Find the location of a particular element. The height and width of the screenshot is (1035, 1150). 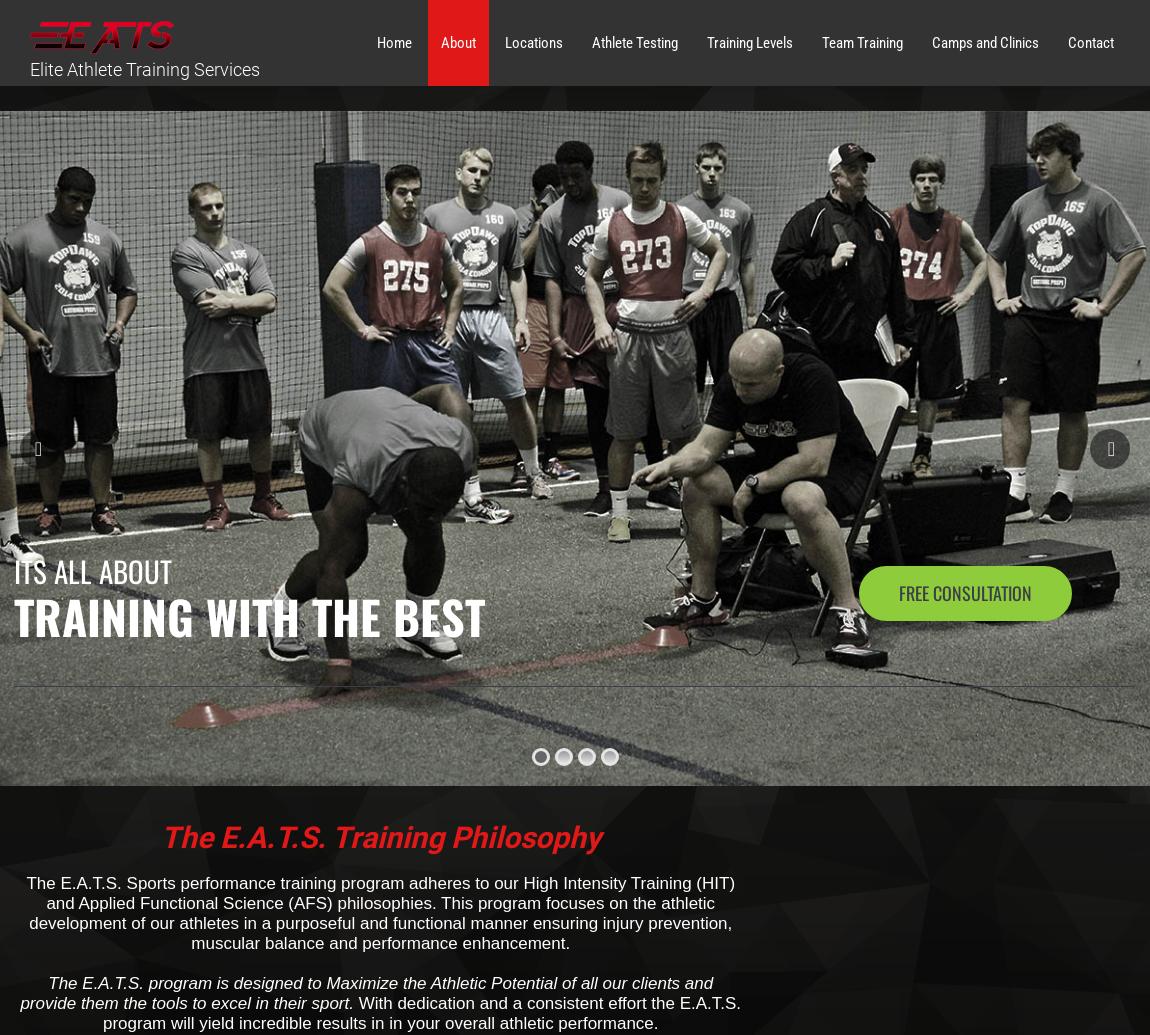

'Archives' is located at coordinates (855, 355).